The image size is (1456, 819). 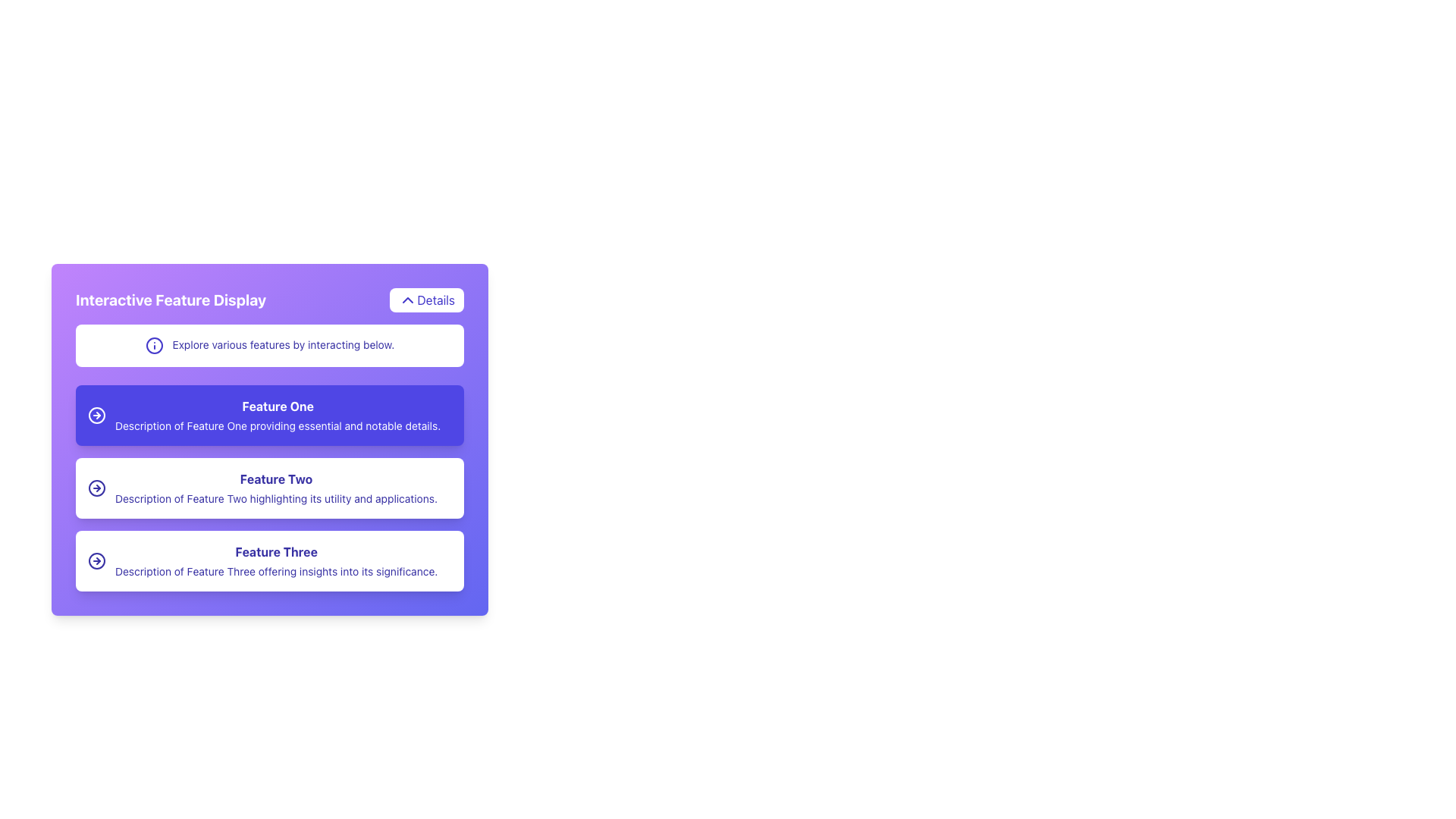 What do you see at coordinates (276, 488) in the screenshot?
I see `informational text component describing 'Feature Two', which is located in the center of the interface, below 'Feature One' and above 'Feature Three'` at bounding box center [276, 488].